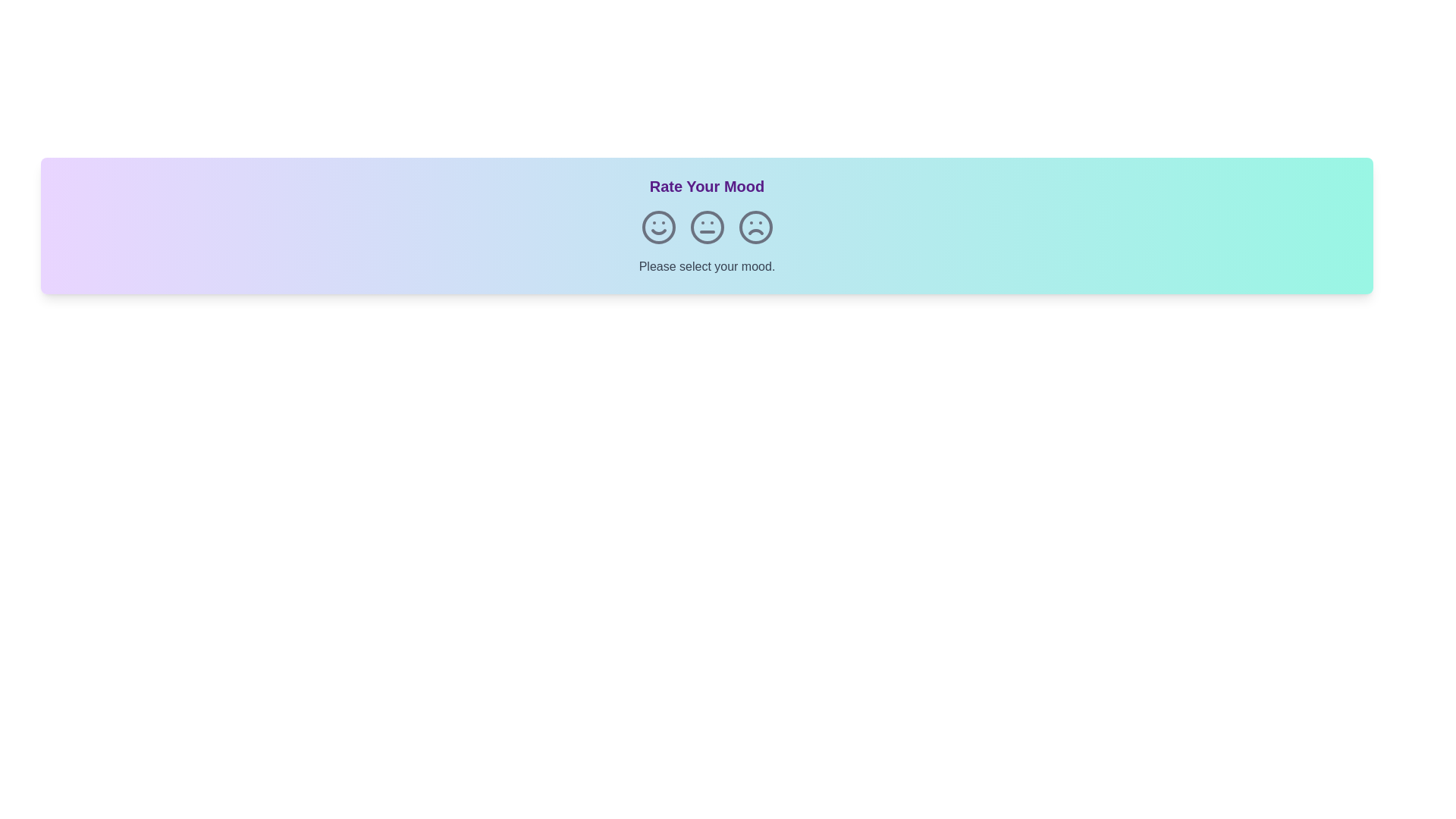 Image resolution: width=1456 pixels, height=819 pixels. Describe the element at coordinates (658, 227) in the screenshot. I see `the mood rating button corresponding to happy` at that location.